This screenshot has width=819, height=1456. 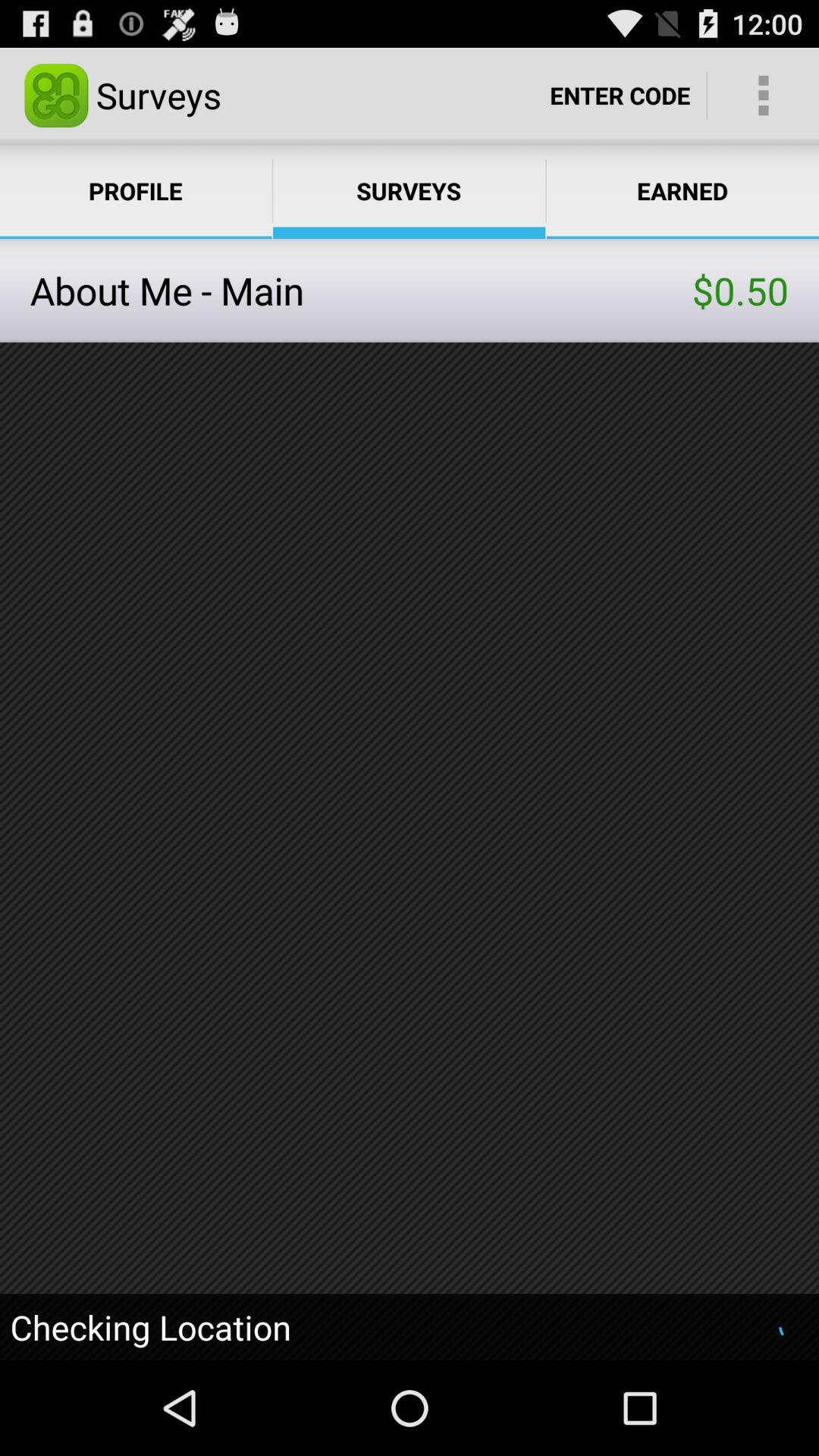 I want to click on the enter code, so click(x=620, y=94).